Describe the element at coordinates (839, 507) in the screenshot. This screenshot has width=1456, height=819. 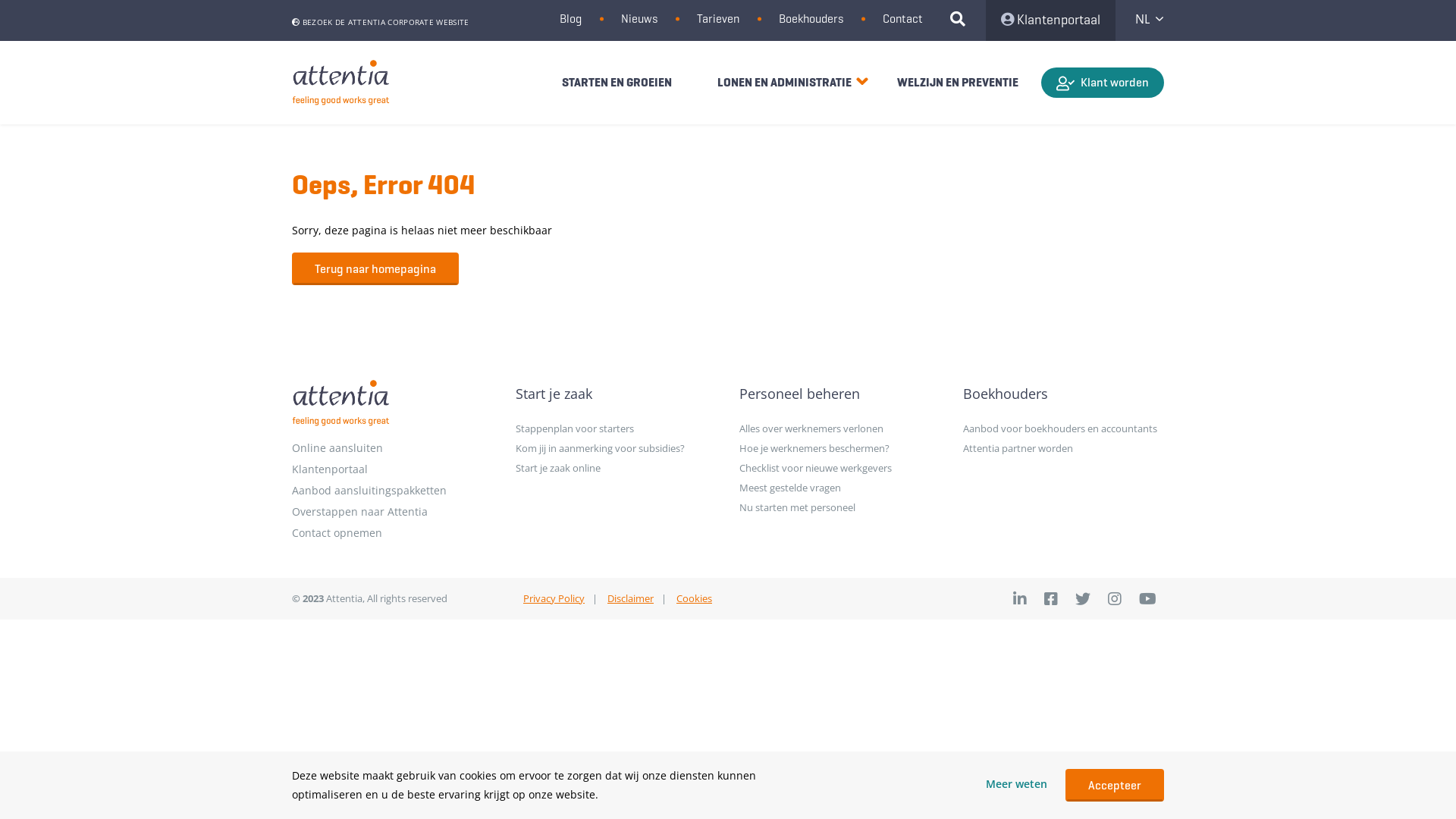
I see `'Nu starten met personeel'` at that location.